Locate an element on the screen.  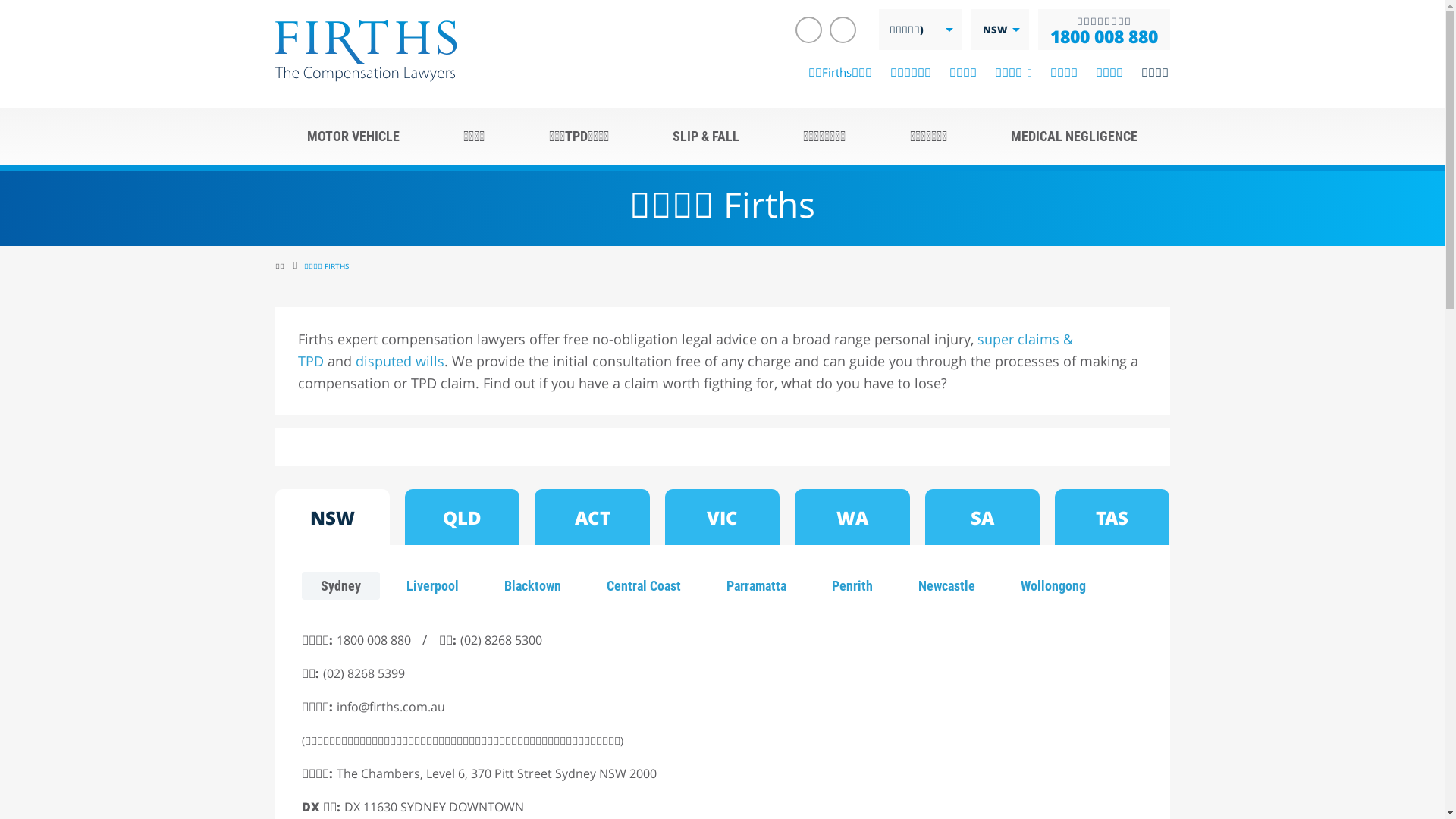
'SA' is located at coordinates (924, 516).